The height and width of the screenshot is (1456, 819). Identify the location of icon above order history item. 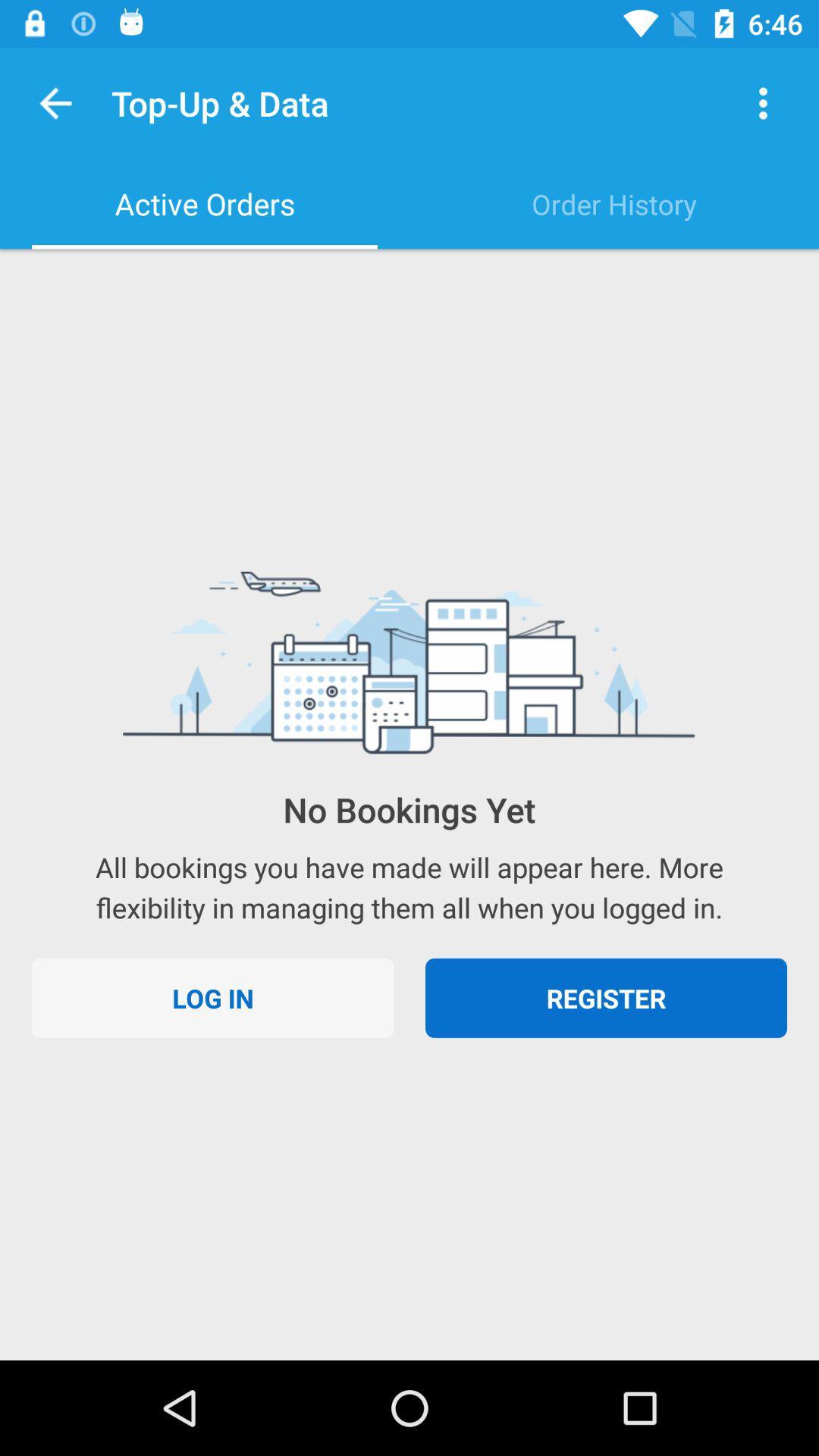
(763, 102).